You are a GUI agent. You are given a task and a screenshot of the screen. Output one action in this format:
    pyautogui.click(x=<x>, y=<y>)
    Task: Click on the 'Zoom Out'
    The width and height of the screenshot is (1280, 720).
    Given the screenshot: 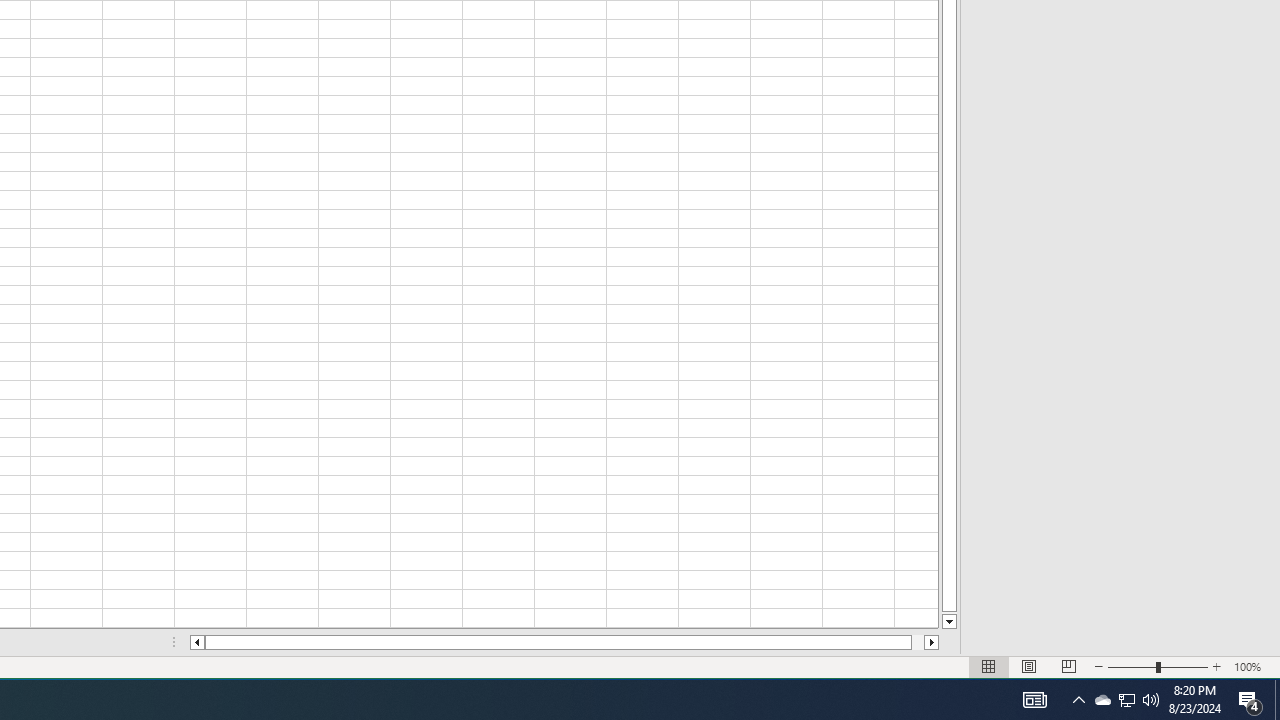 What is the action you would take?
    pyautogui.click(x=1132, y=667)
    